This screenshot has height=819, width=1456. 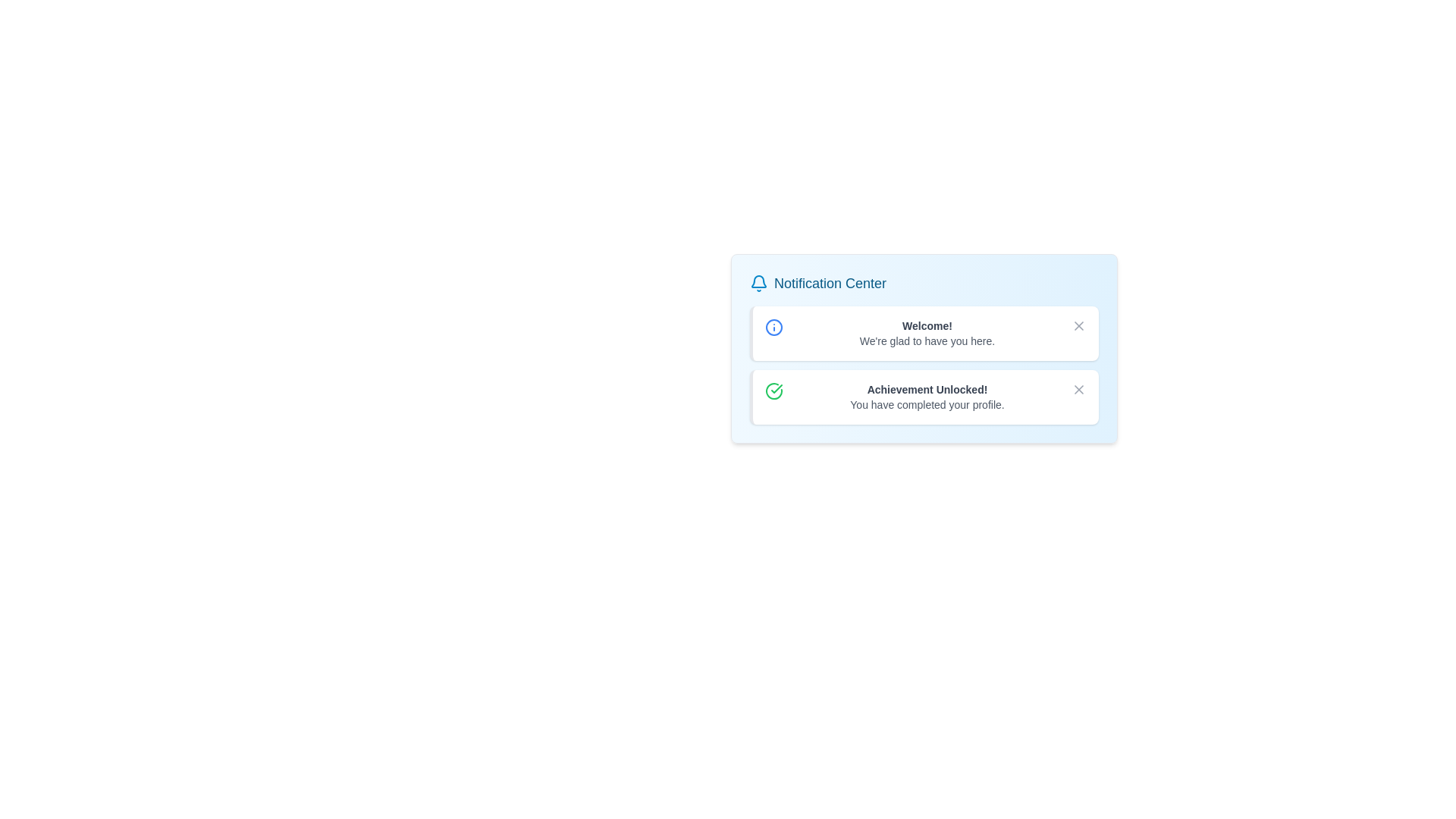 I want to click on static text label displaying 'Achievement Unlocked!' located within the light blue notification card in the Notification Center interface, so click(x=927, y=388).